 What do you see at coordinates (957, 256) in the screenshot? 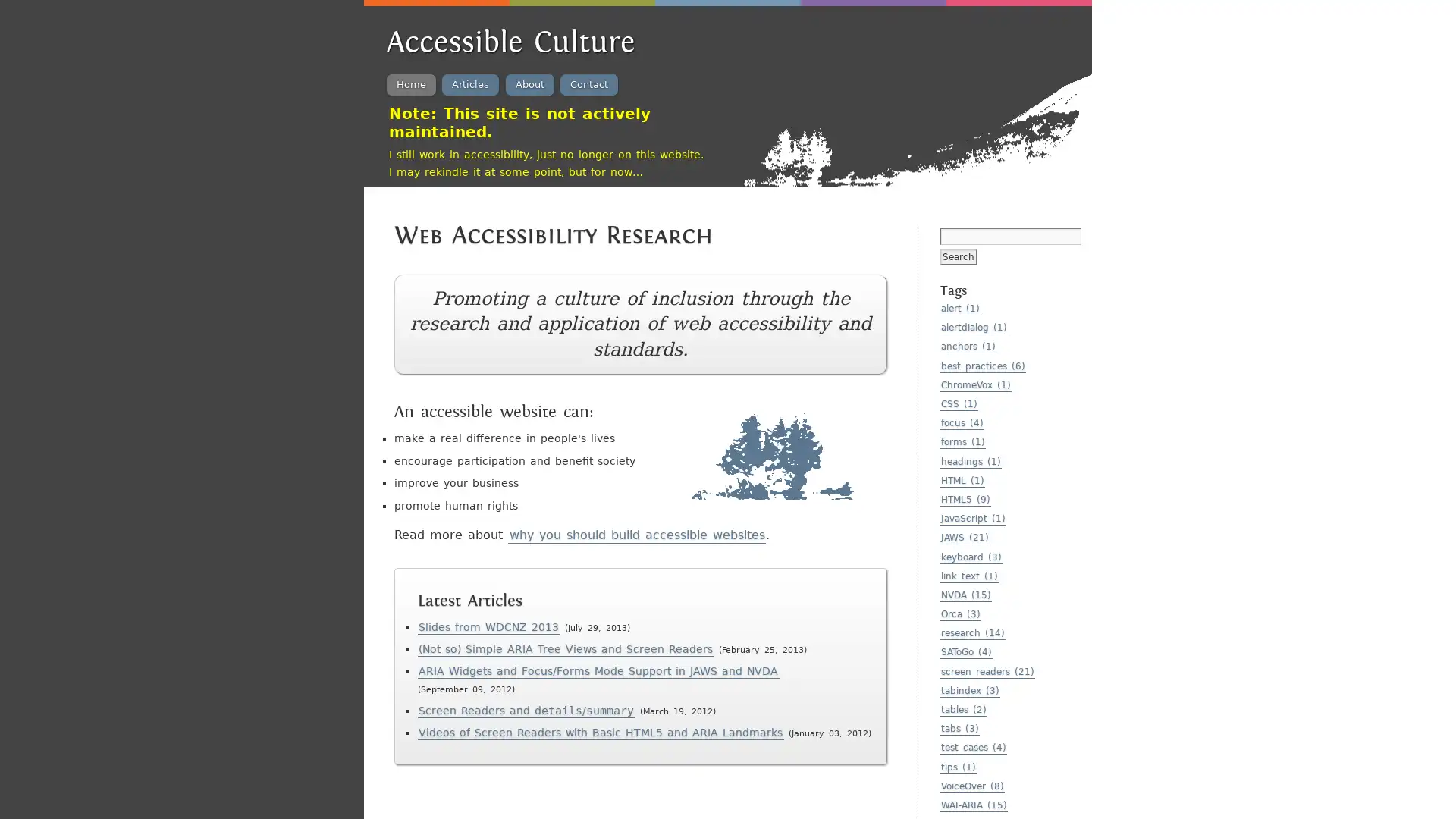
I see `Search` at bounding box center [957, 256].